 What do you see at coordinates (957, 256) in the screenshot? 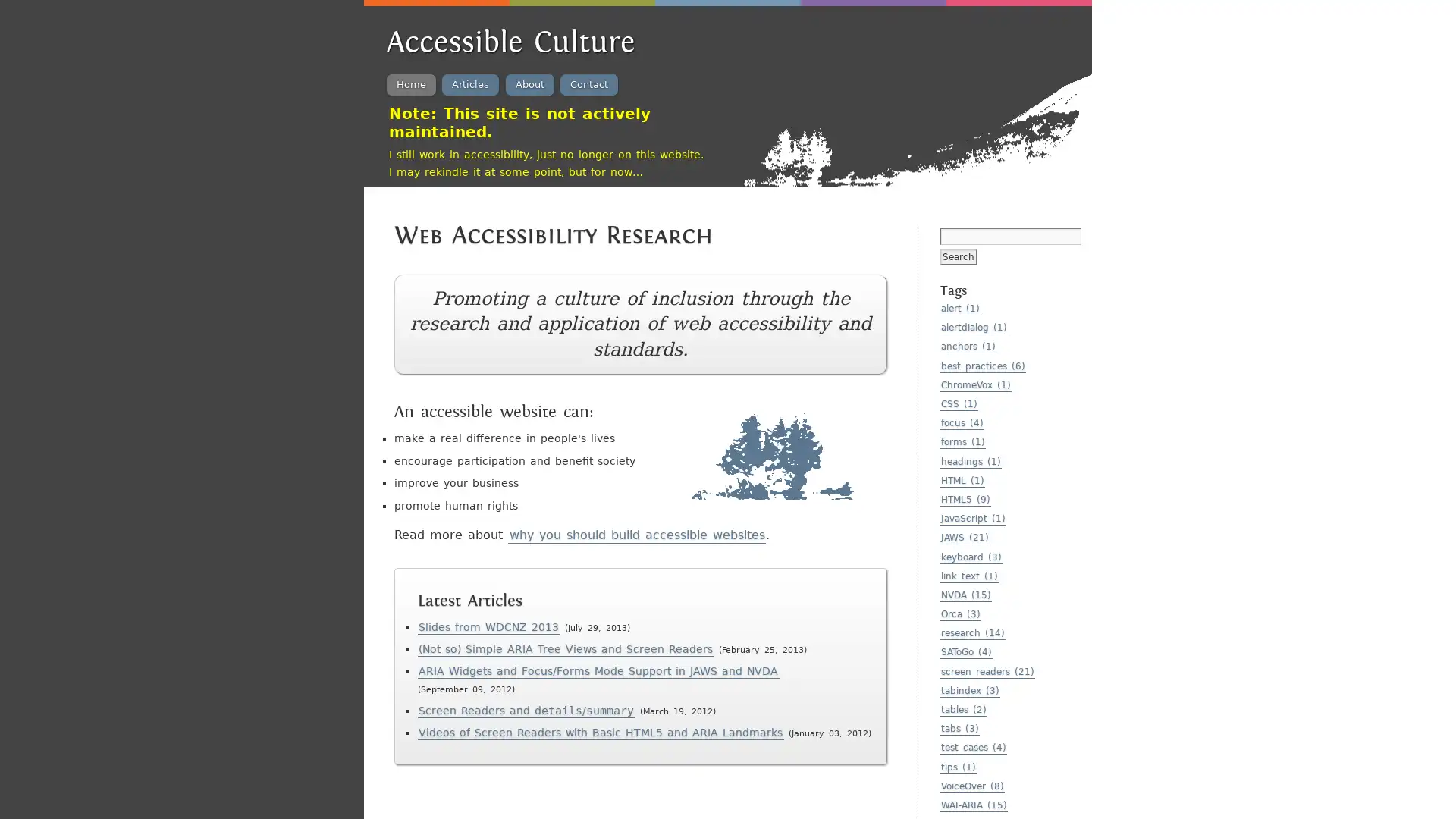
I see `Search` at bounding box center [957, 256].